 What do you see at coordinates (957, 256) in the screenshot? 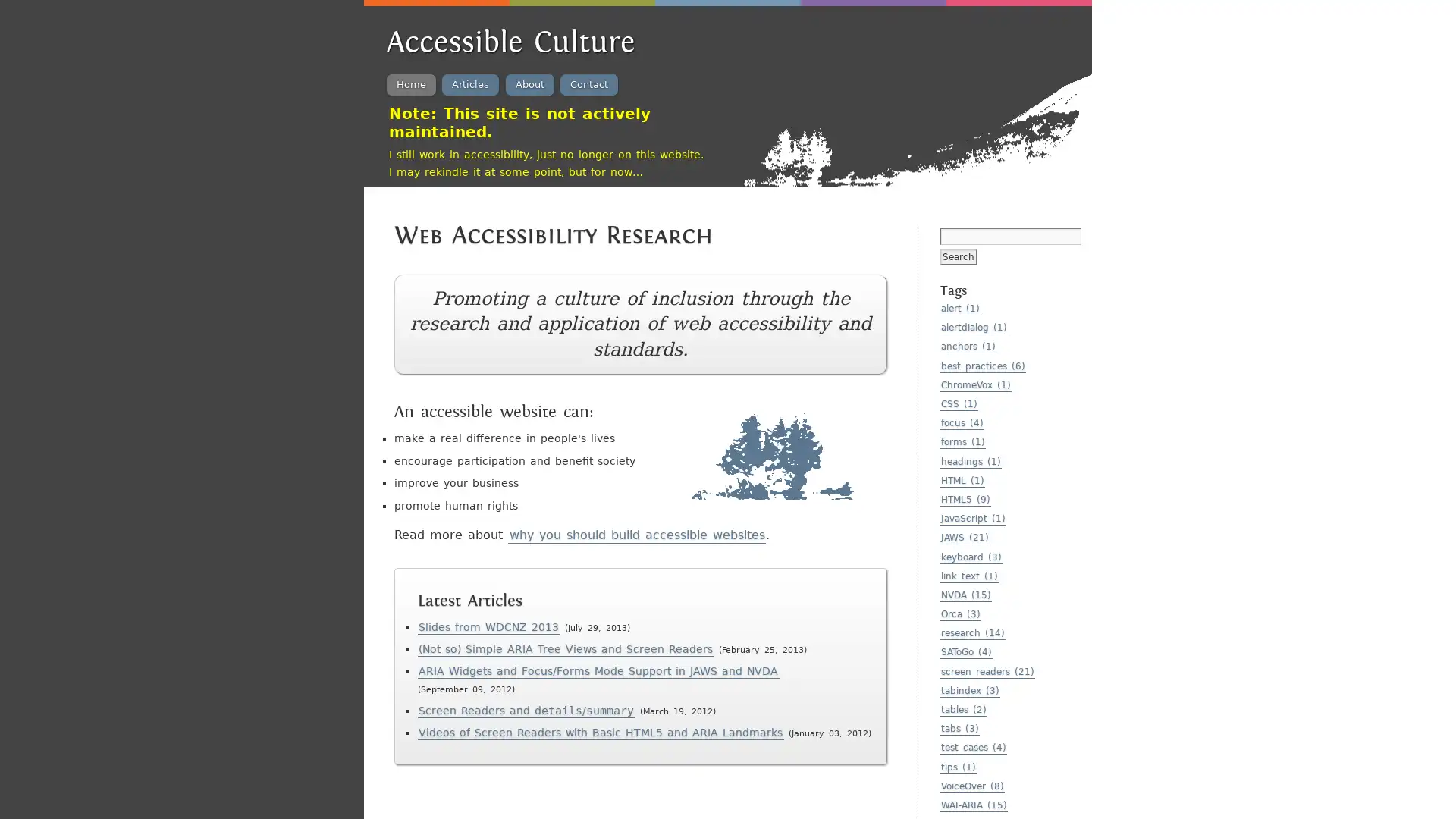
I see `Search` at bounding box center [957, 256].